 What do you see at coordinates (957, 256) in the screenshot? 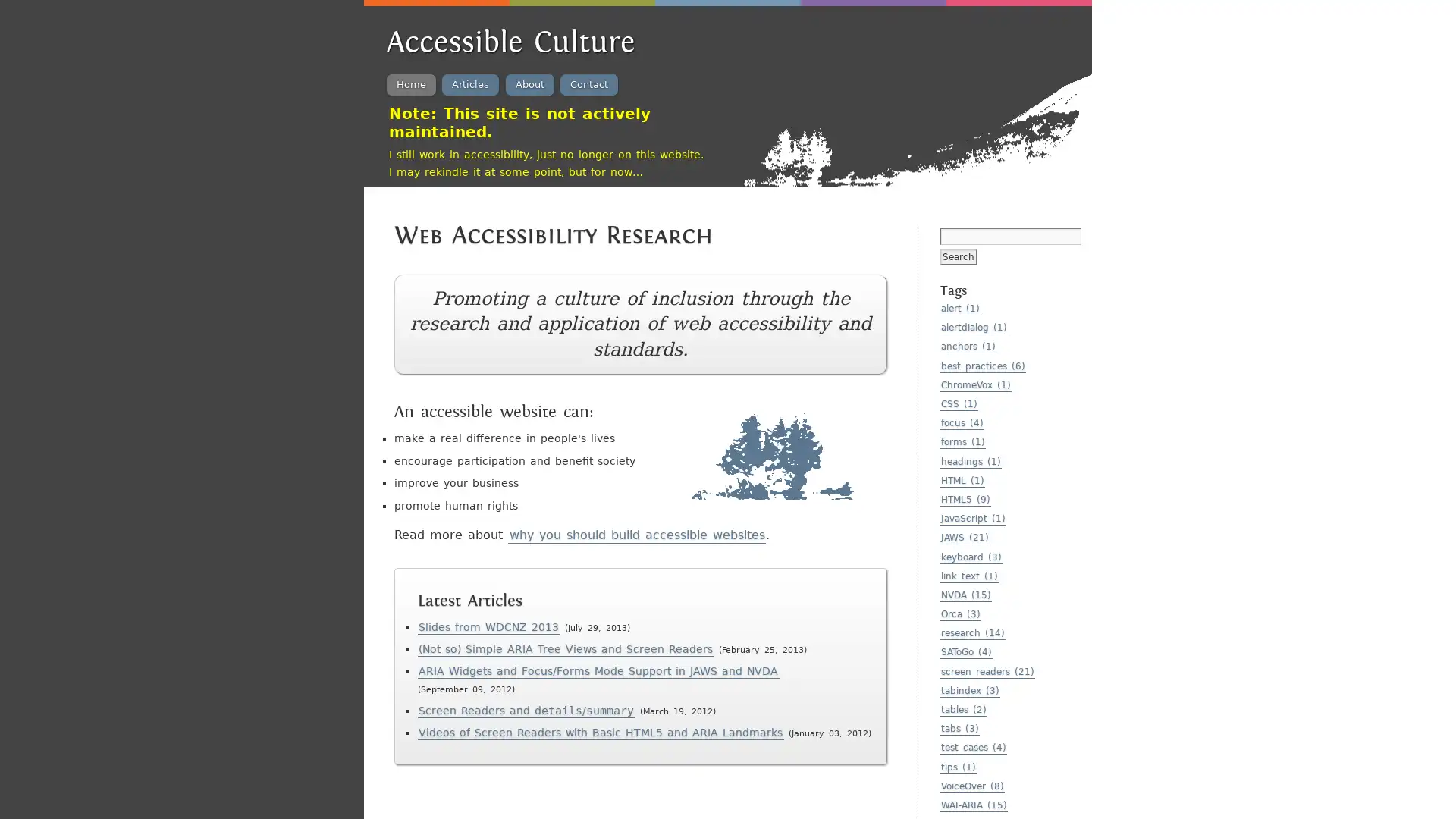
I see `Search` at bounding box center [957, 256].